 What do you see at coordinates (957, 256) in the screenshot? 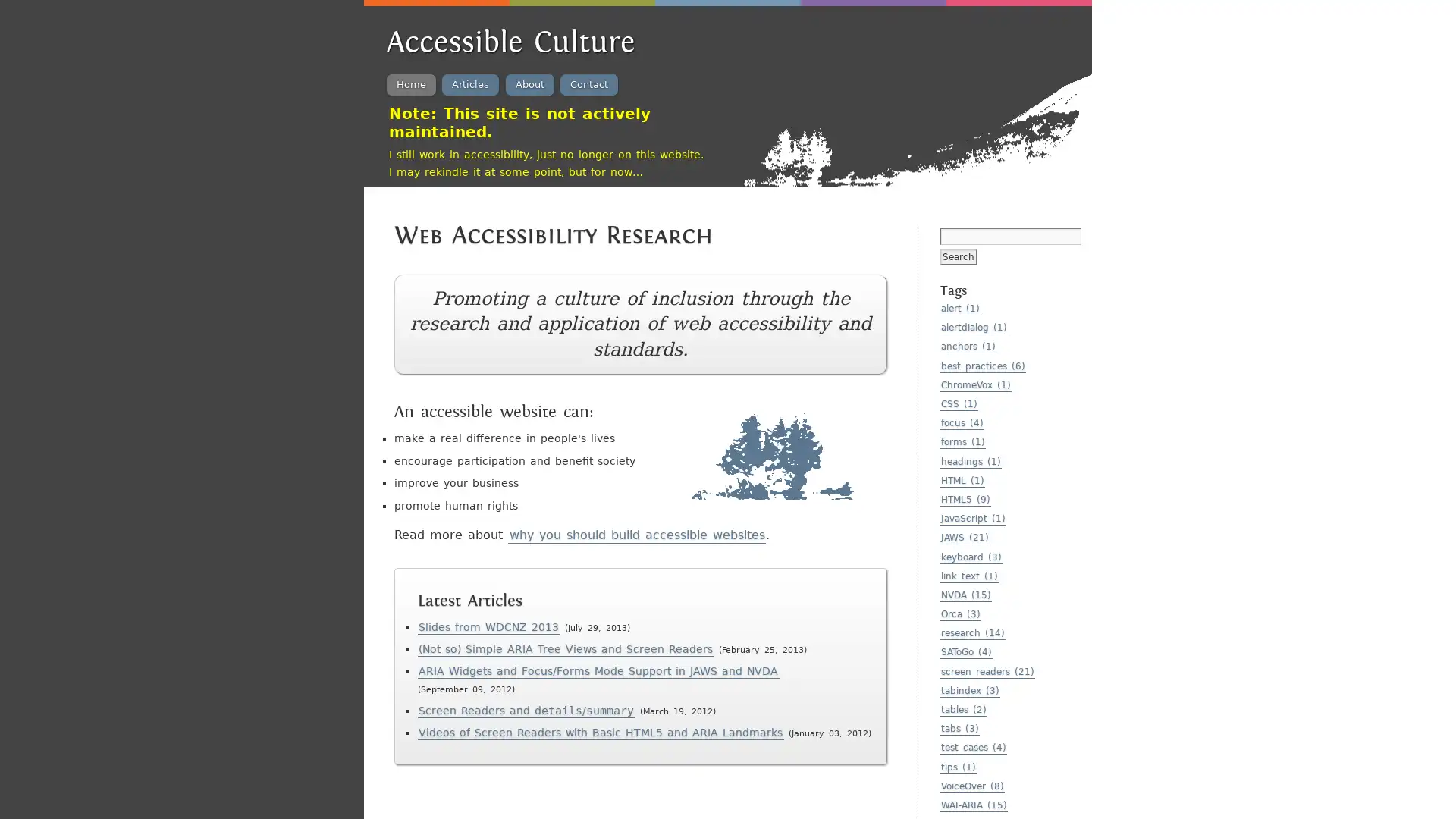
I see `Search` at bounding box center [957, 256].